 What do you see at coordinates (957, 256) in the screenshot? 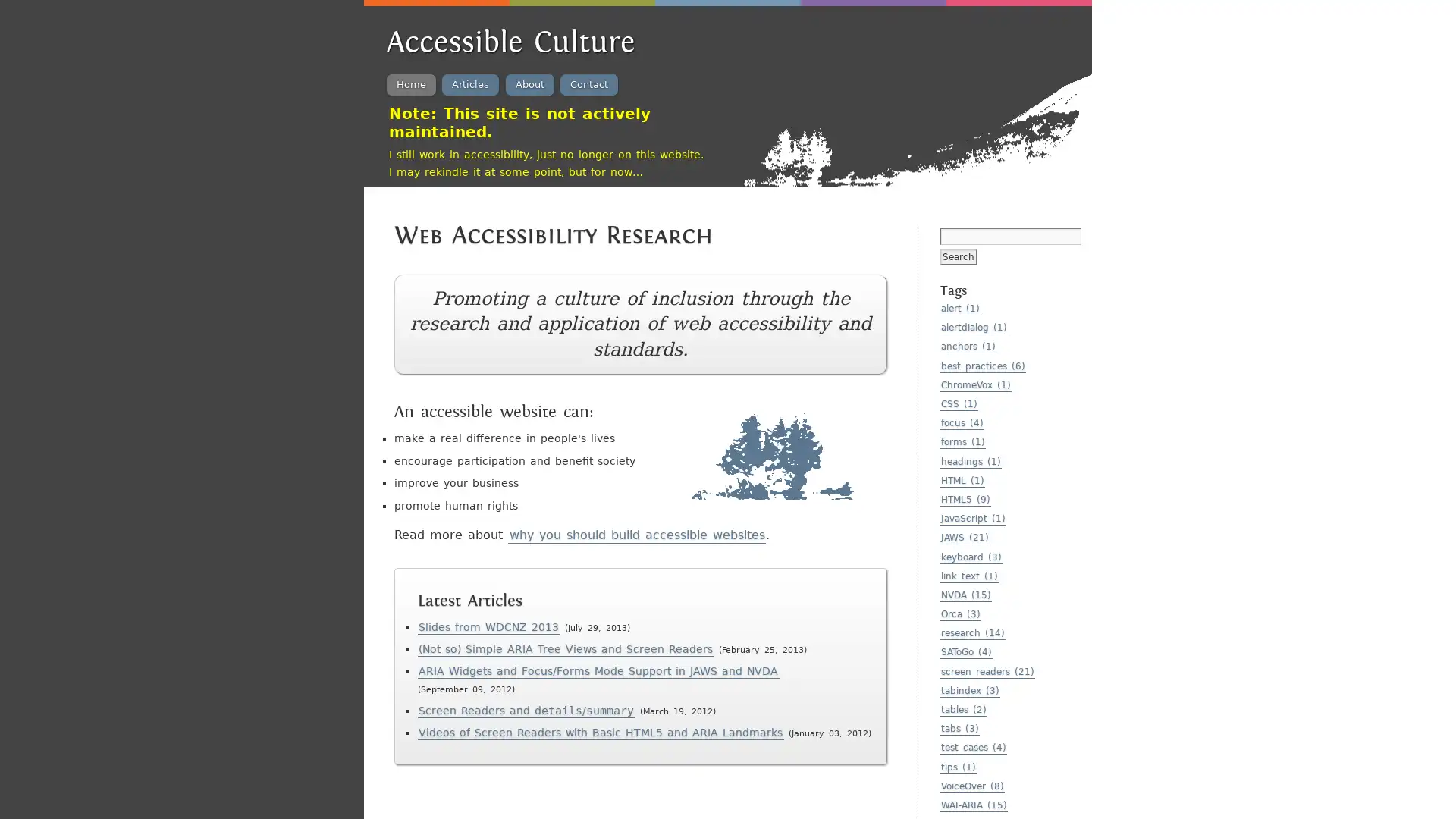
I see `Search` at bounding box center [957, 256].